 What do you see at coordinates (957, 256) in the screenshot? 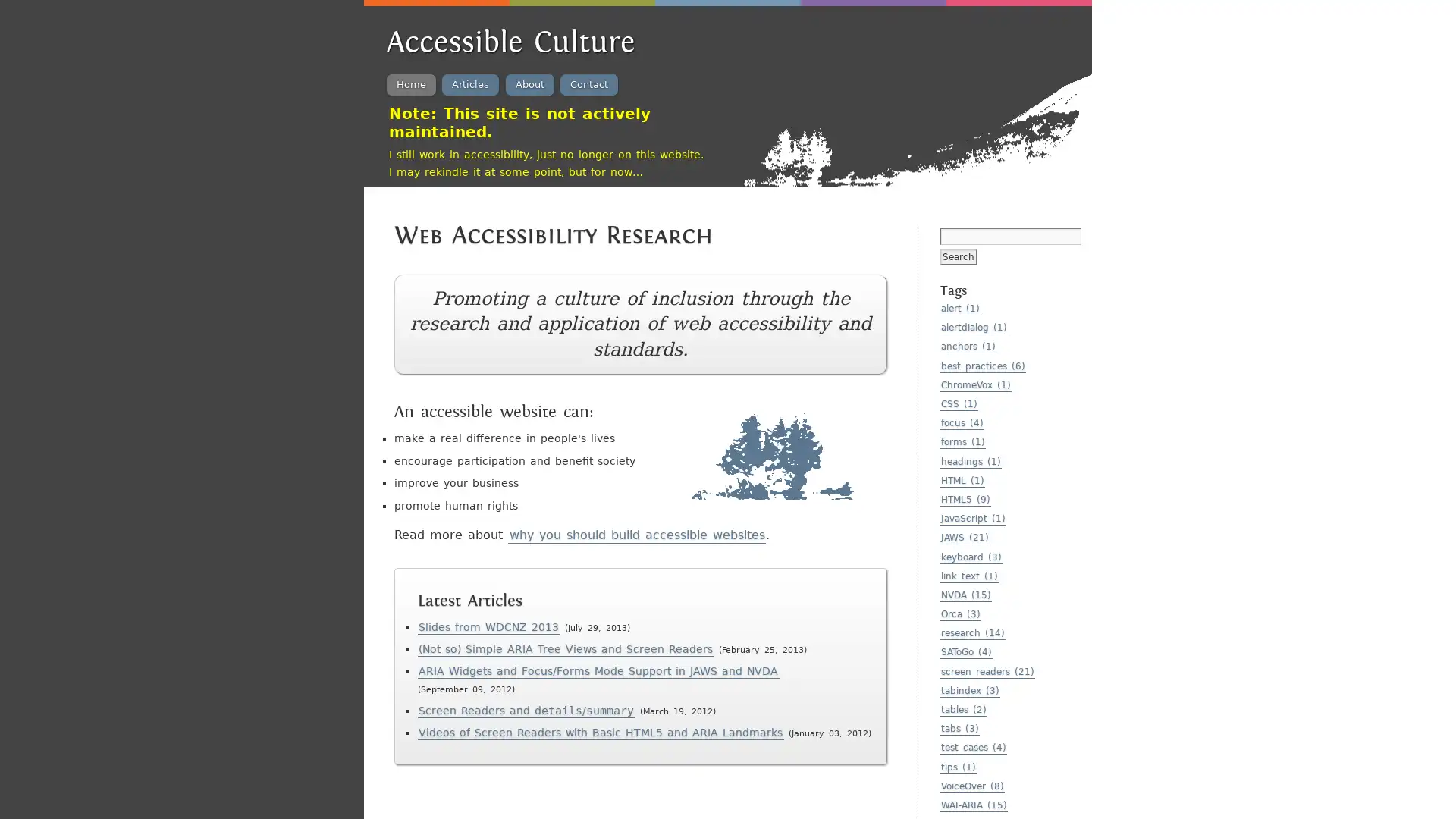
I see `Search` at bounding box center [957, 256].